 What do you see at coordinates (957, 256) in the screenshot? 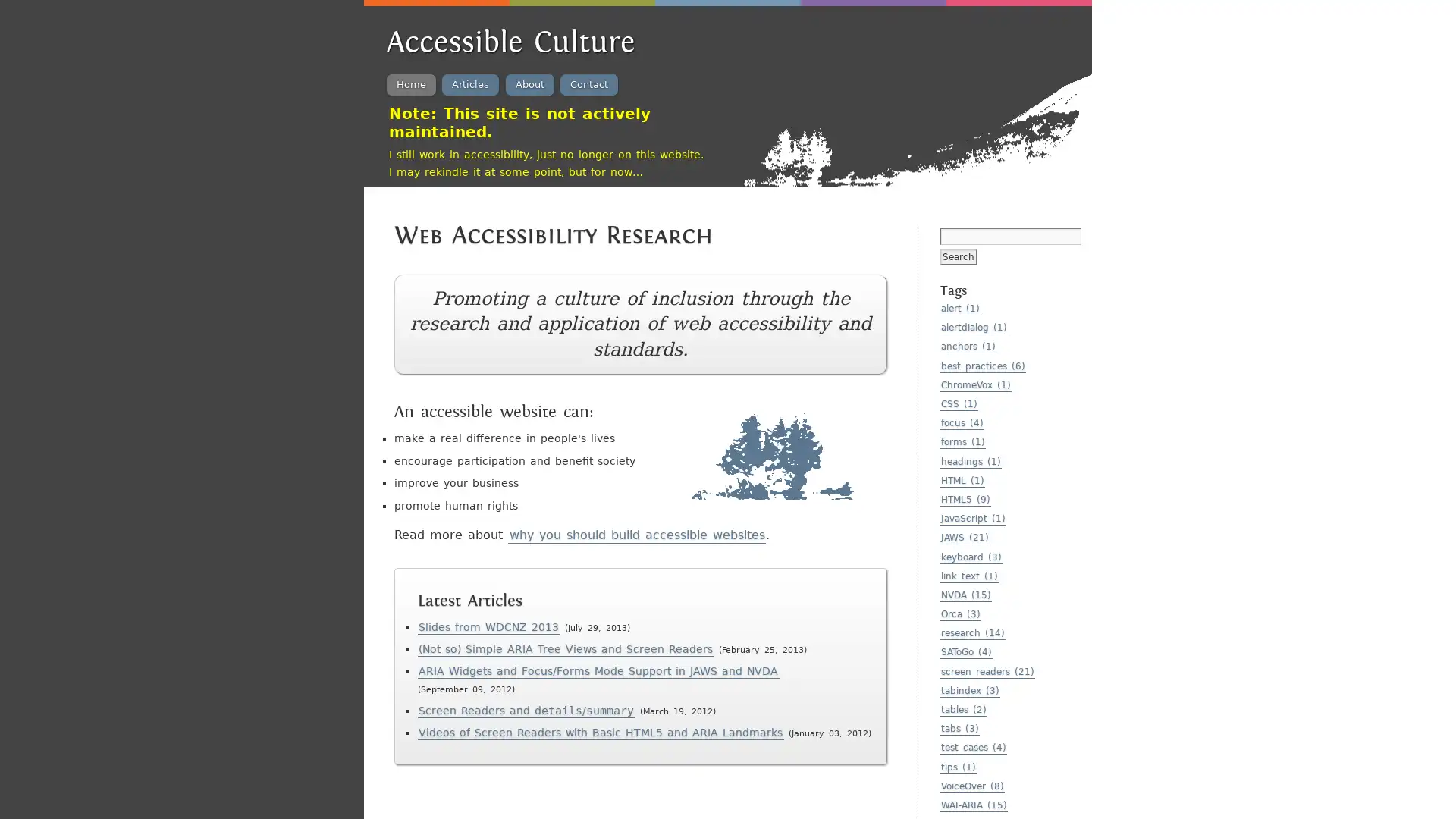
I see `Search` at bounding box center [957, 256].